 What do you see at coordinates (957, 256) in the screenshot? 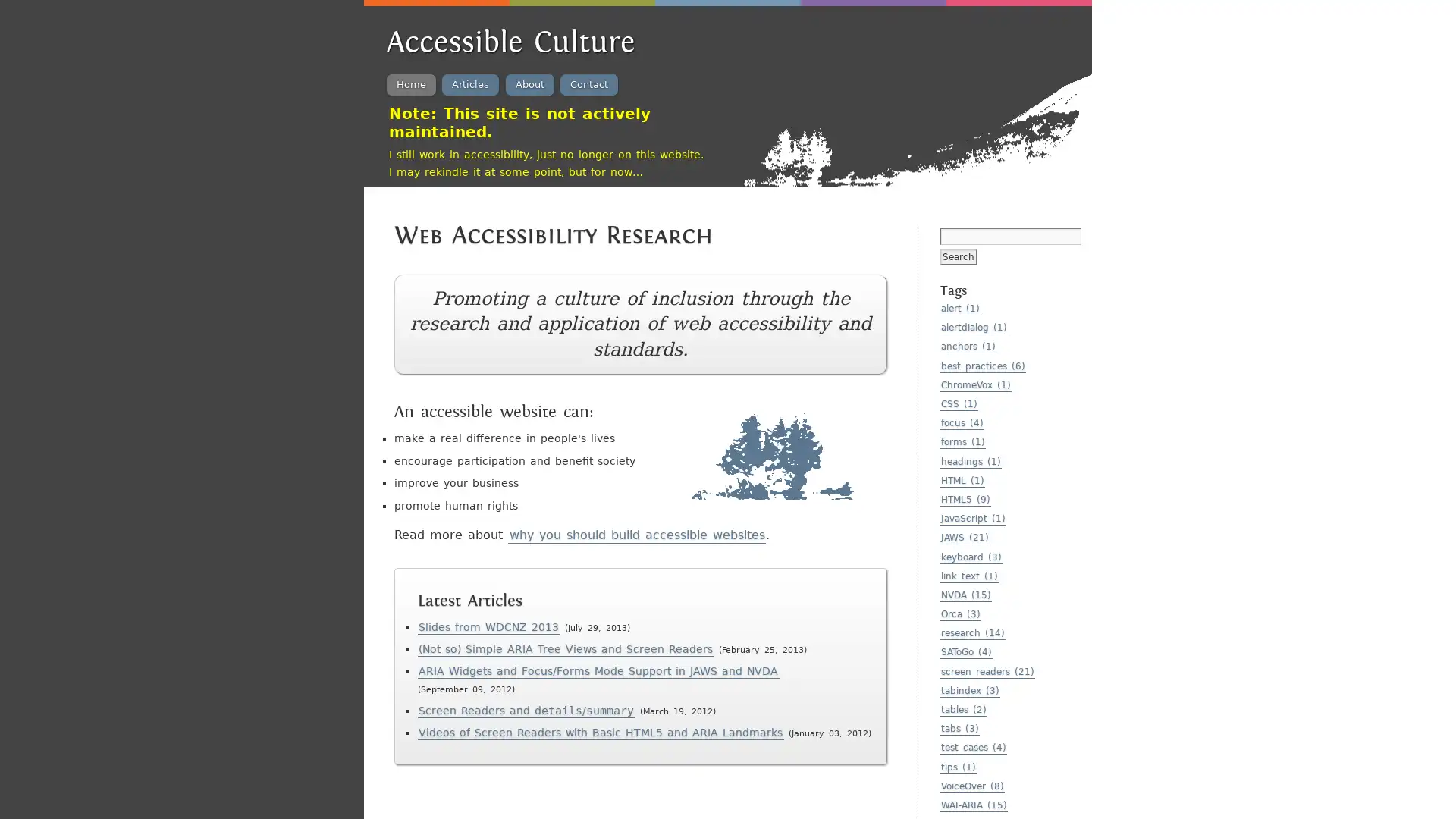
I see `Search` at bounding box center [957, 256].